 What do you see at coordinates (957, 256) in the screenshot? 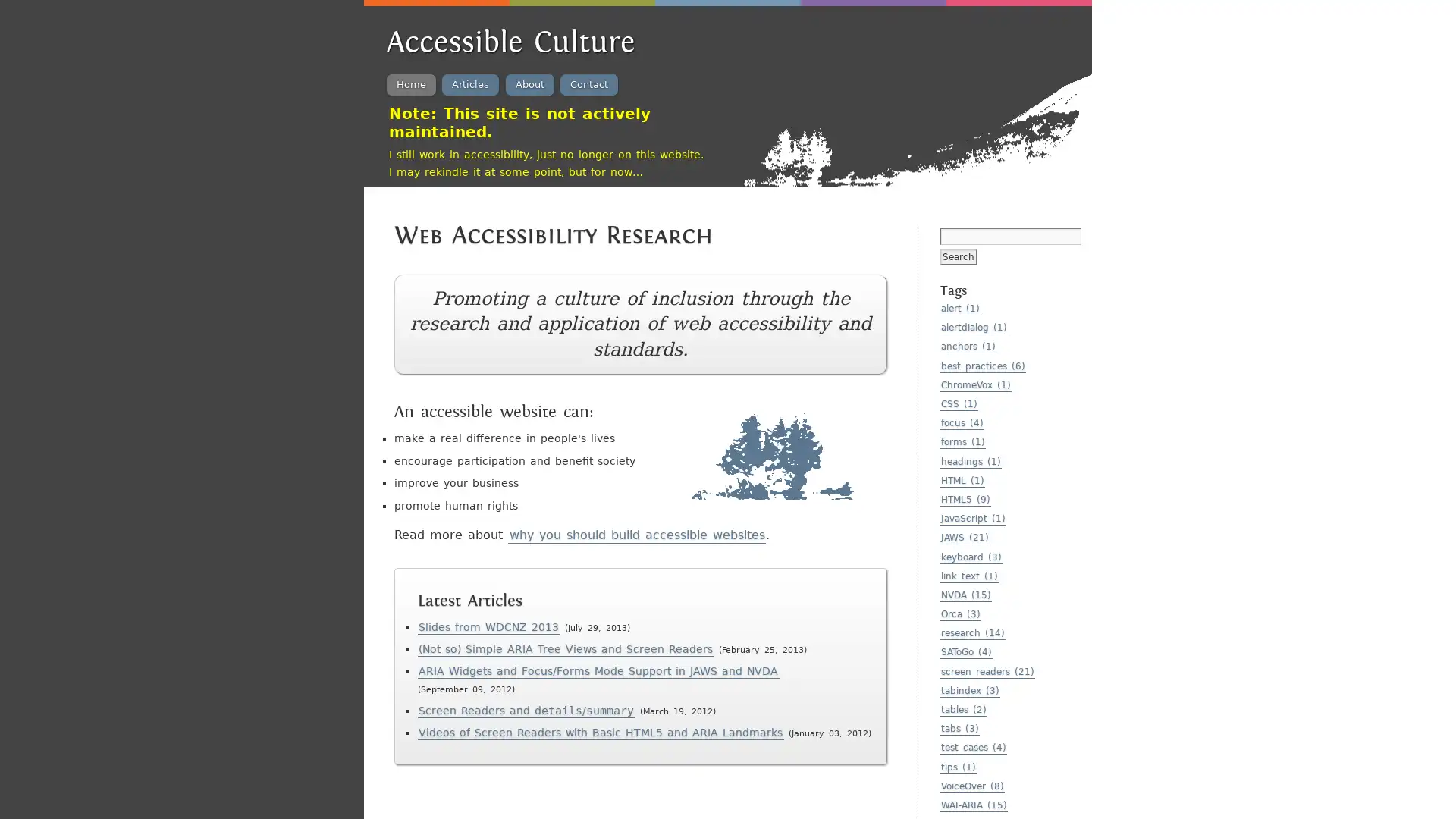
I see `Search` at bounding box center [957, 256].